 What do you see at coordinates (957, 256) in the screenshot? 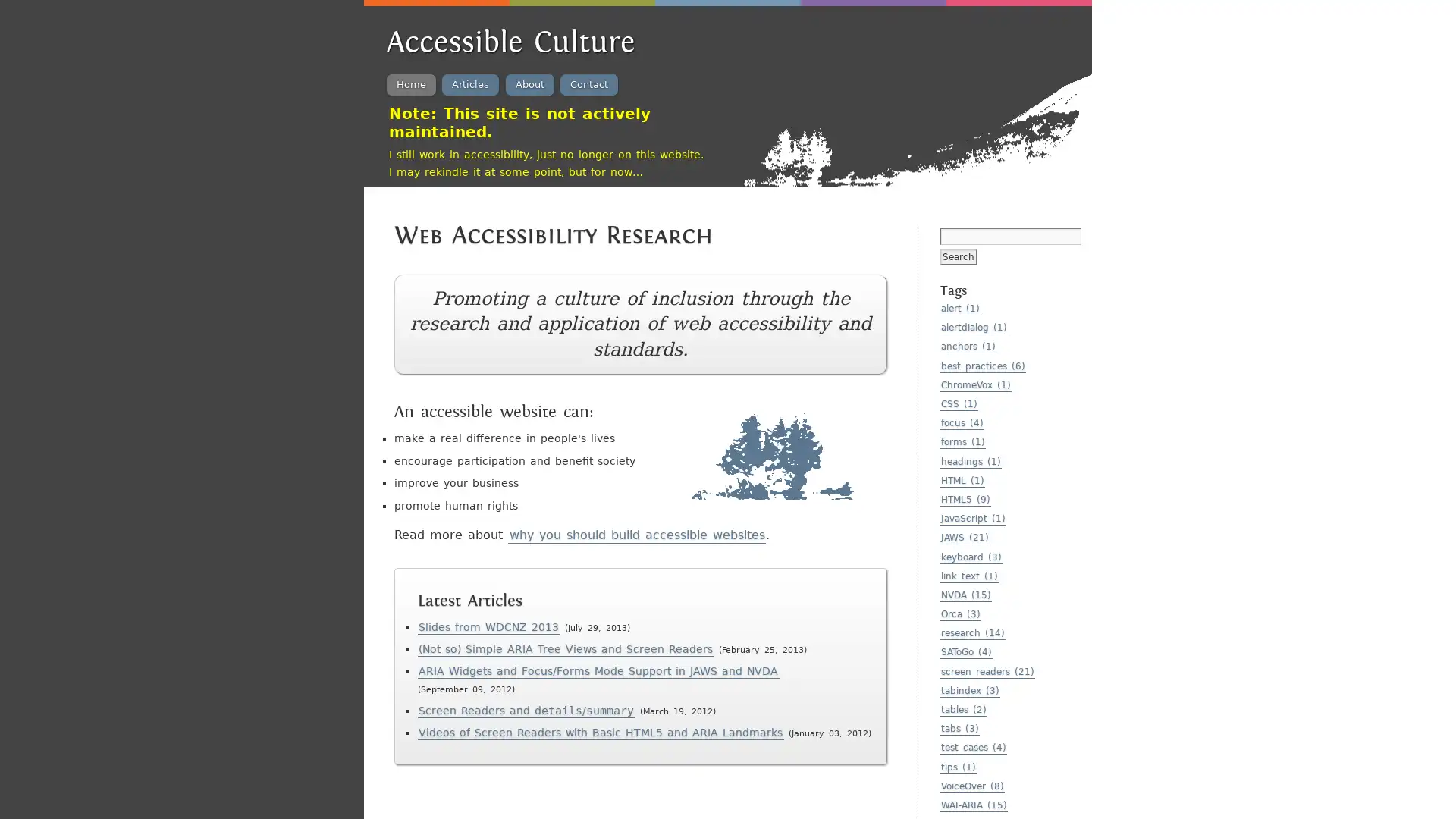
I see `Search` at bounding box center [957, 256].